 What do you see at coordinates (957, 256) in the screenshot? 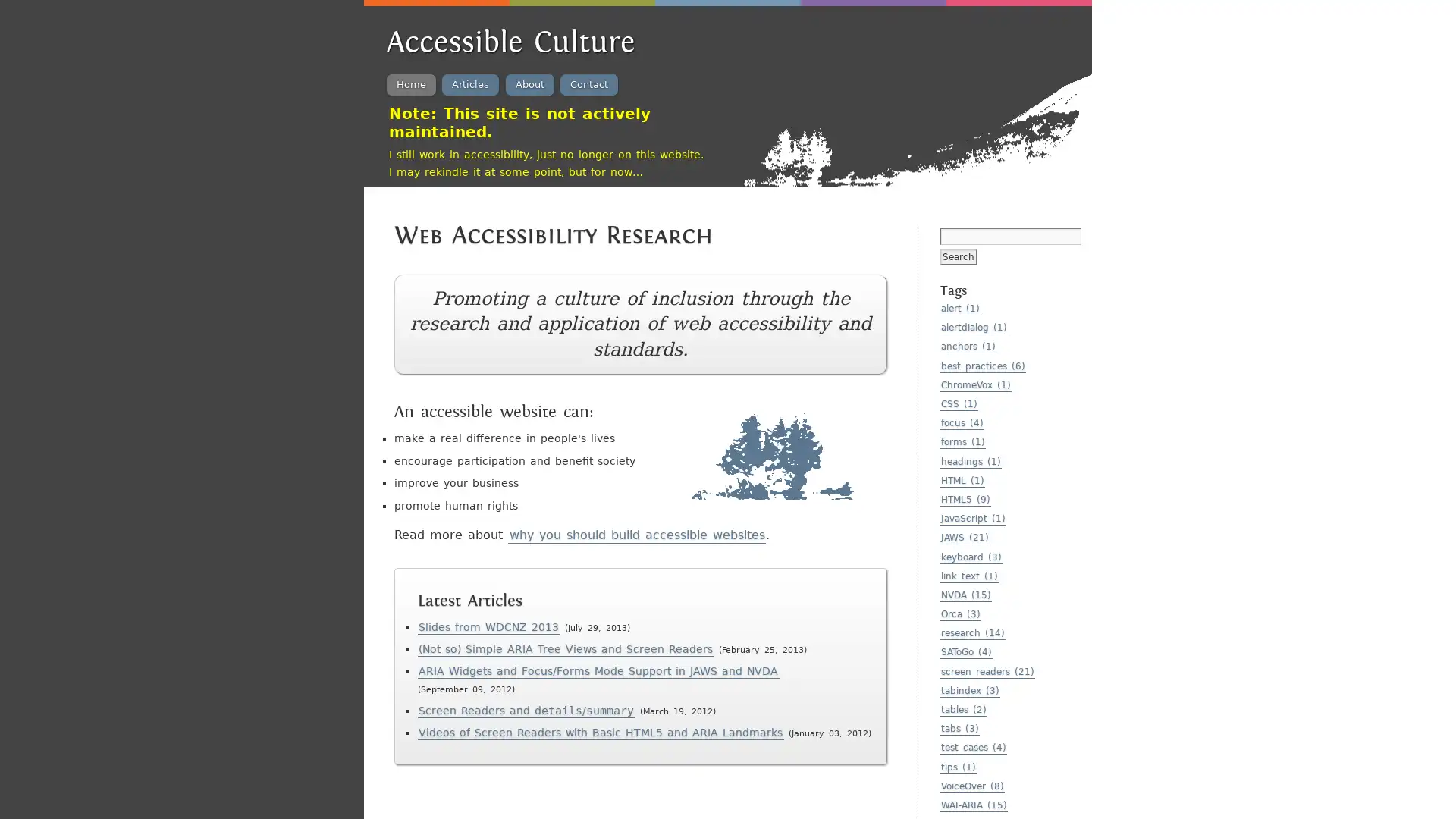
I see `Search` at bounding box center [957, 256].